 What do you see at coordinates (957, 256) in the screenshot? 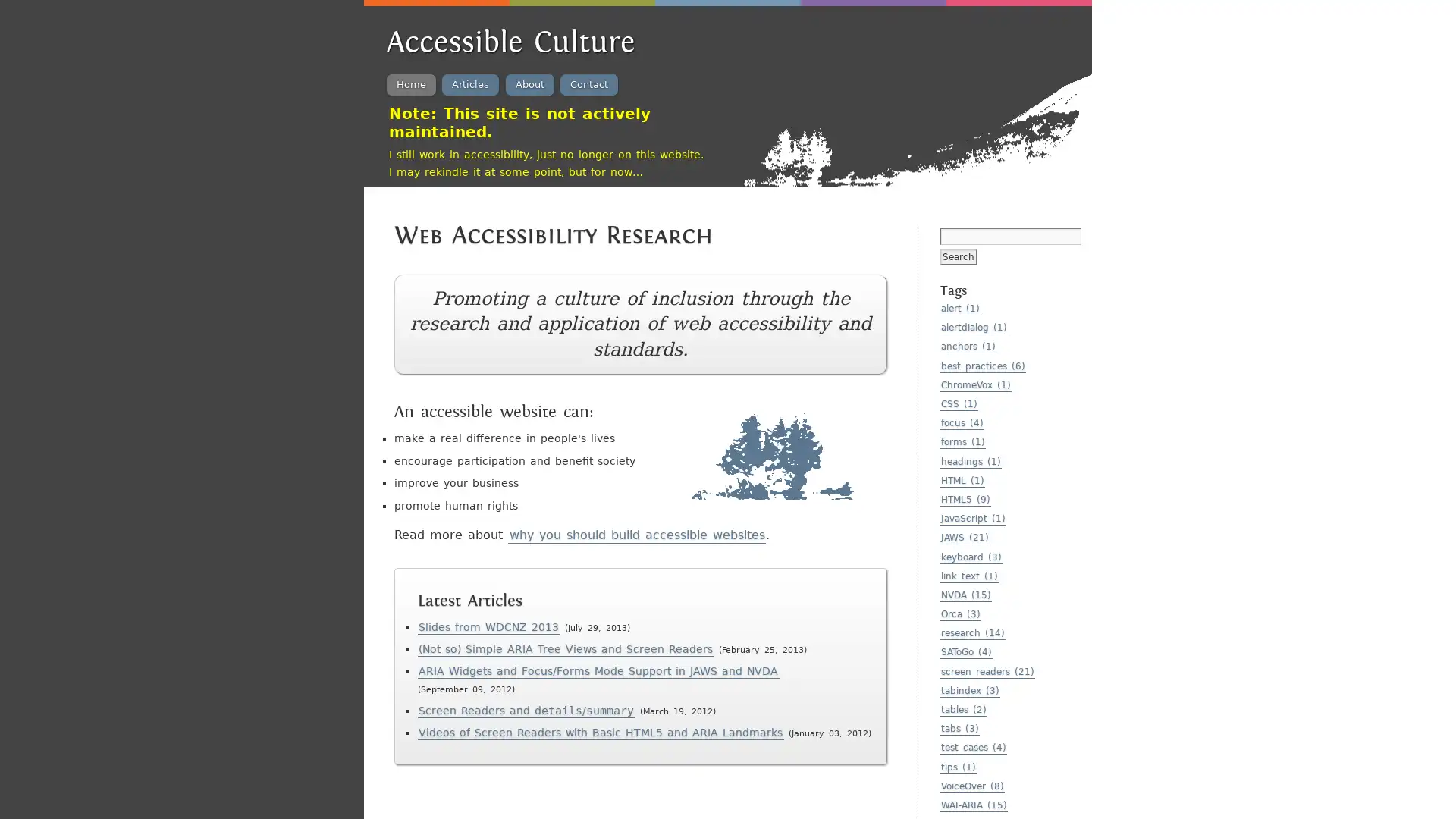
I see `Search` at bounding box center [957, 256].